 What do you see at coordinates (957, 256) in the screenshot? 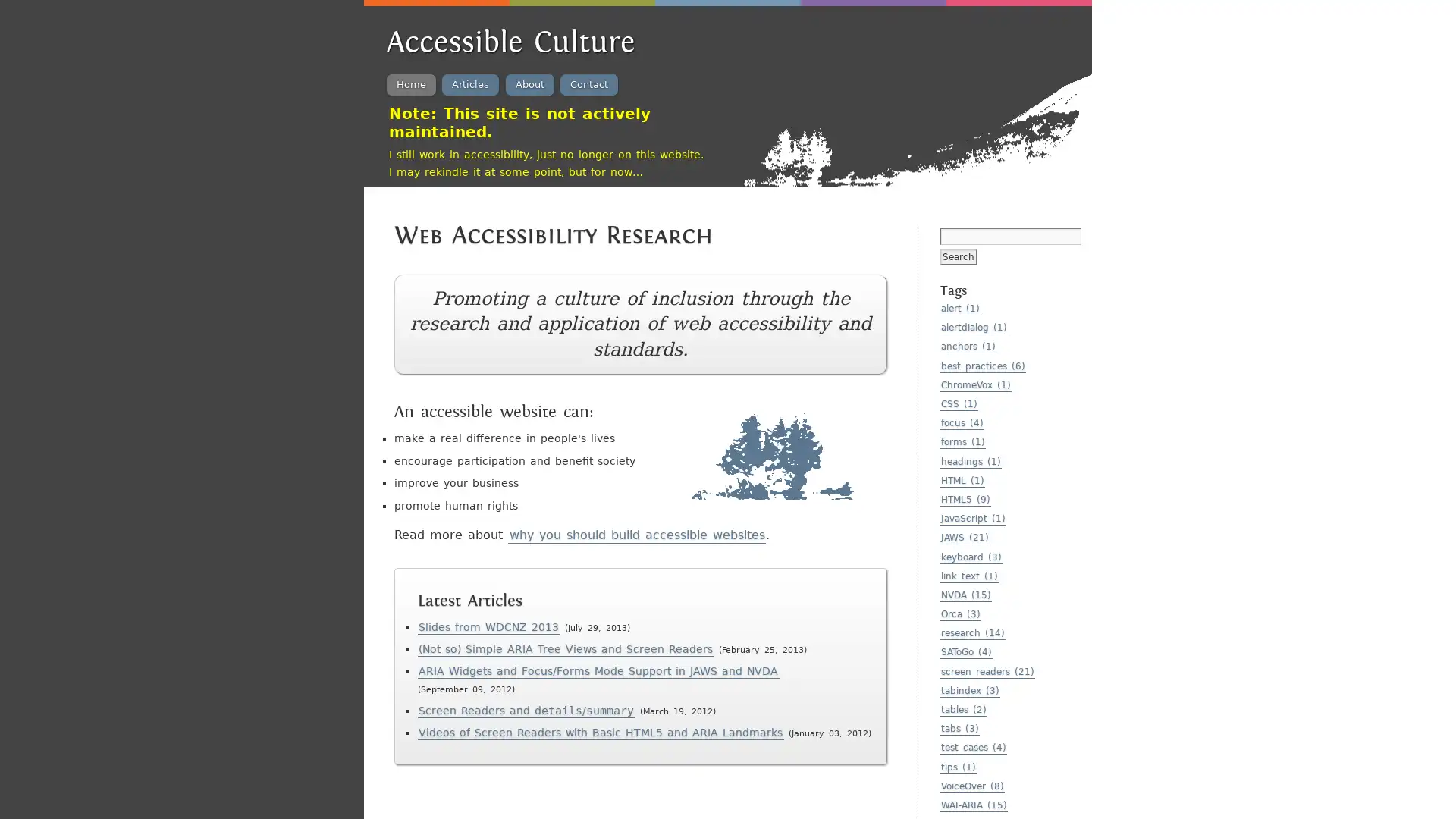
I see `Search` at bounding box center [957, 256].